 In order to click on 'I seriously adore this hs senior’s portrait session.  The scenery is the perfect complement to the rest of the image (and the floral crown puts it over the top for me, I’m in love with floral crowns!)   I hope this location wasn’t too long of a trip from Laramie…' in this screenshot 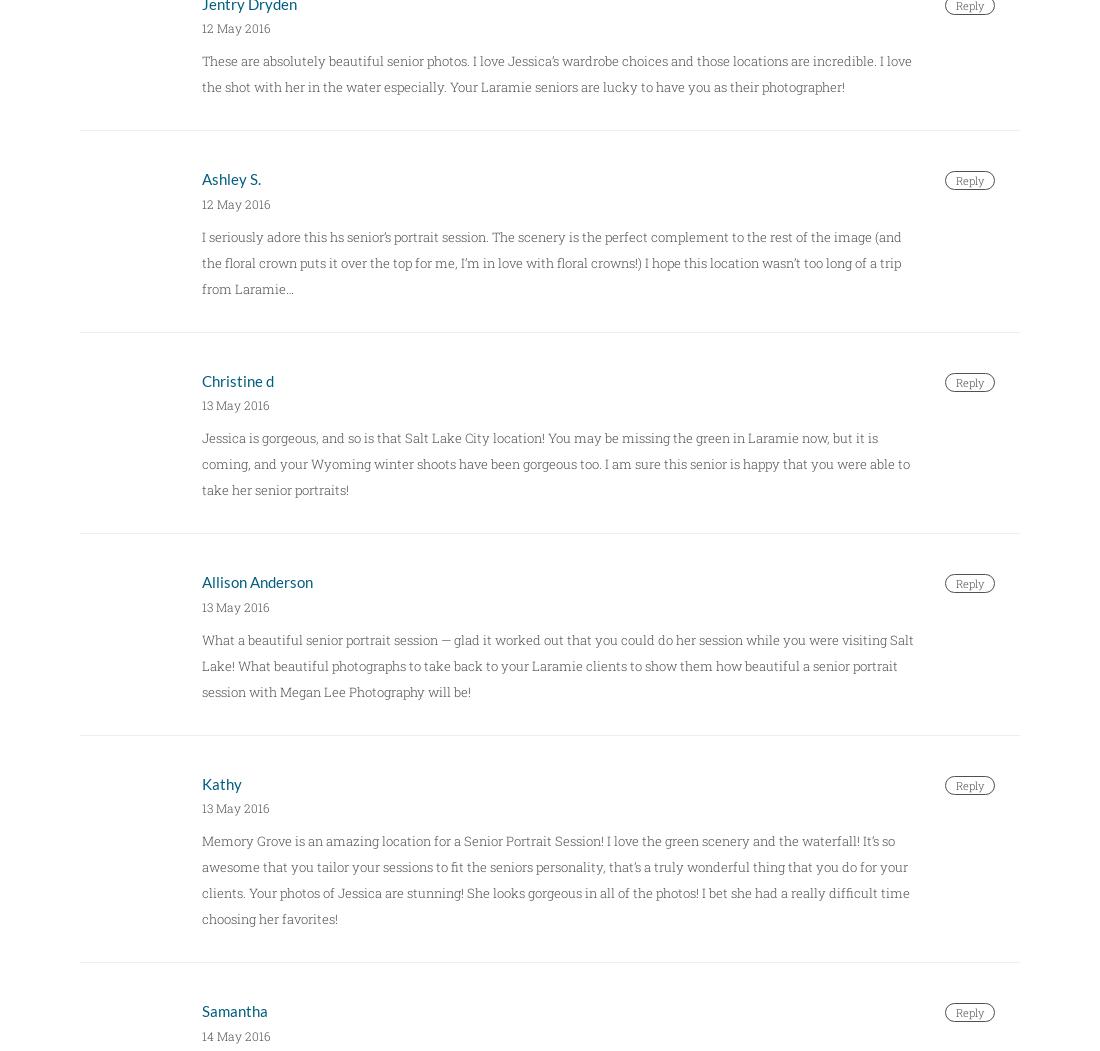, I will do `click(200, 262)`.